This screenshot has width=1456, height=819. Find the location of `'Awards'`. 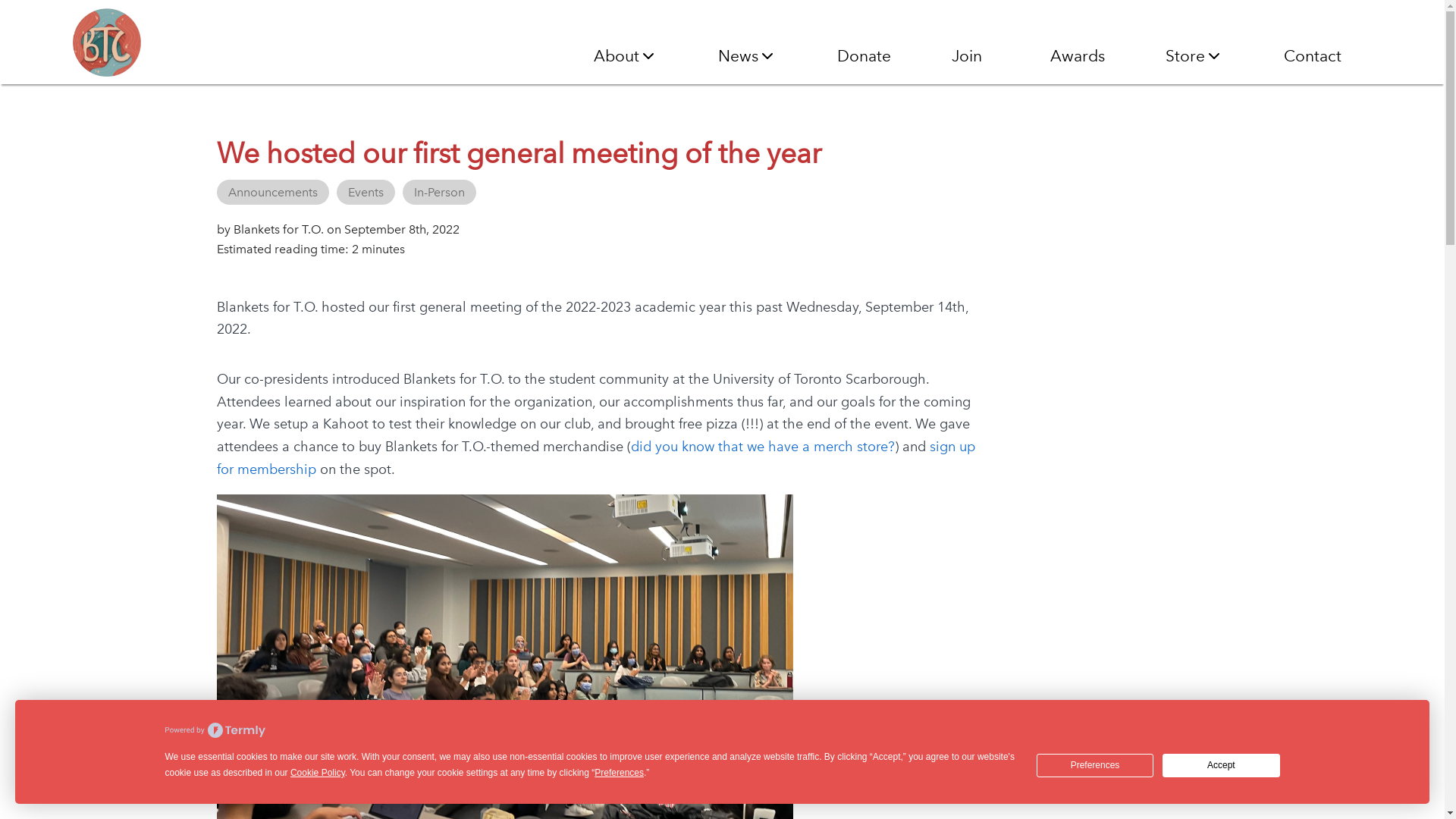

'Awards' is located at coordinates (1076, 55).